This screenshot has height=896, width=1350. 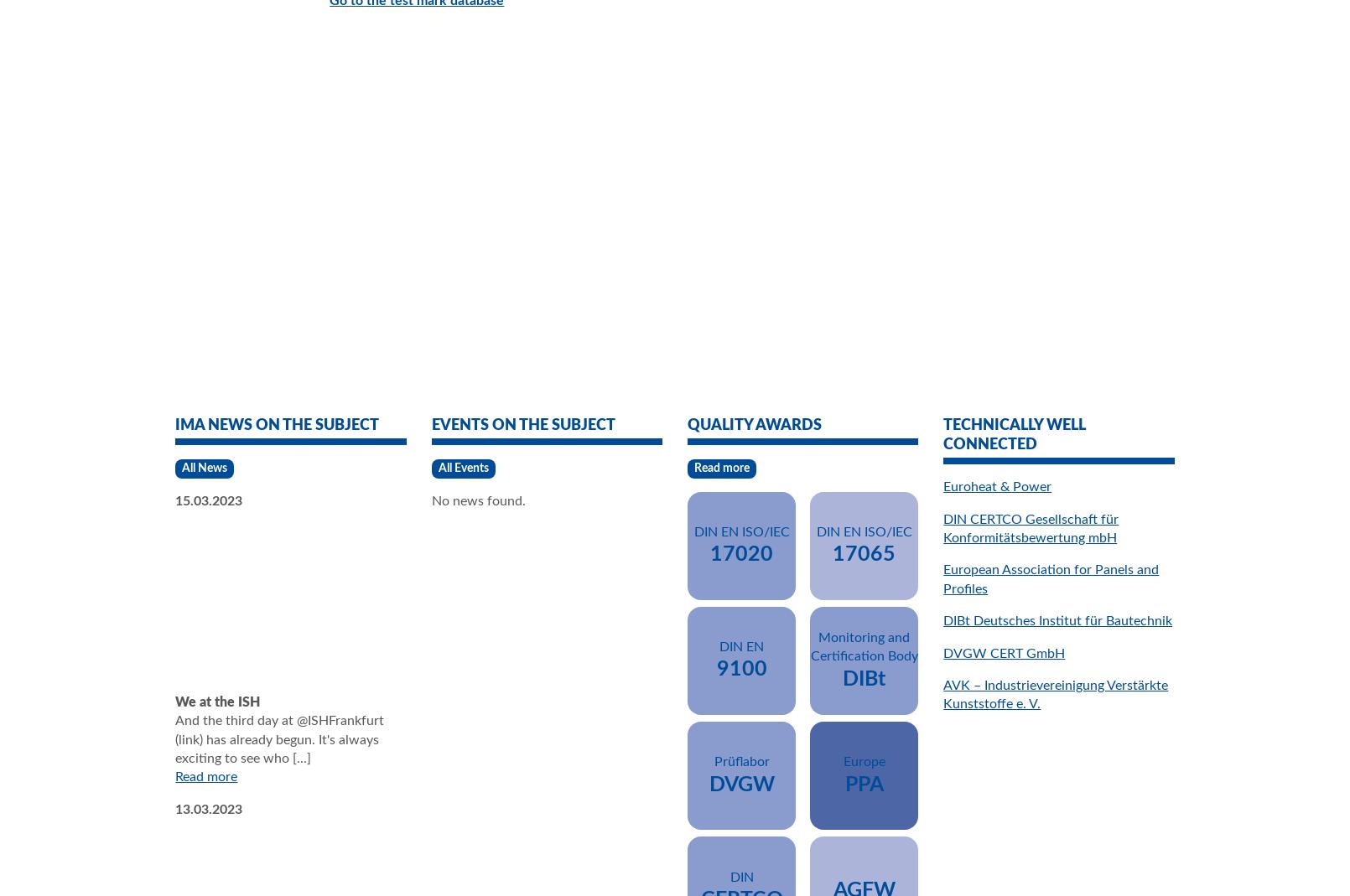 I want to click on 'No news found.', so click(x=476, y=500).